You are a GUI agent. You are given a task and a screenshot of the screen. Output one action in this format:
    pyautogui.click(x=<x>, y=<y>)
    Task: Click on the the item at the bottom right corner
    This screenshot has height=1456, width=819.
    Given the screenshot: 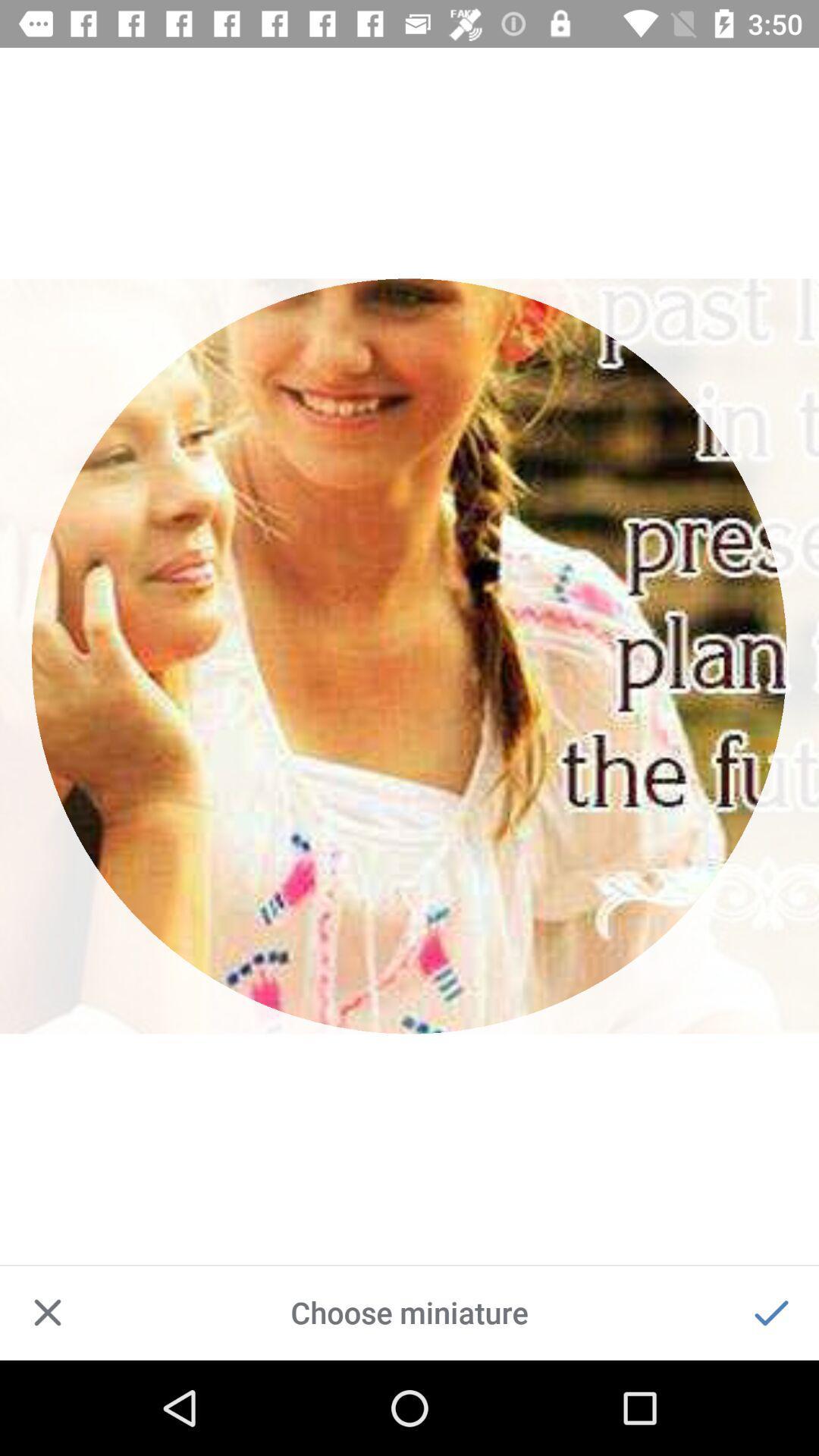 What is the action you would take?
    pyautogui.click(x=771, y=1312)
    